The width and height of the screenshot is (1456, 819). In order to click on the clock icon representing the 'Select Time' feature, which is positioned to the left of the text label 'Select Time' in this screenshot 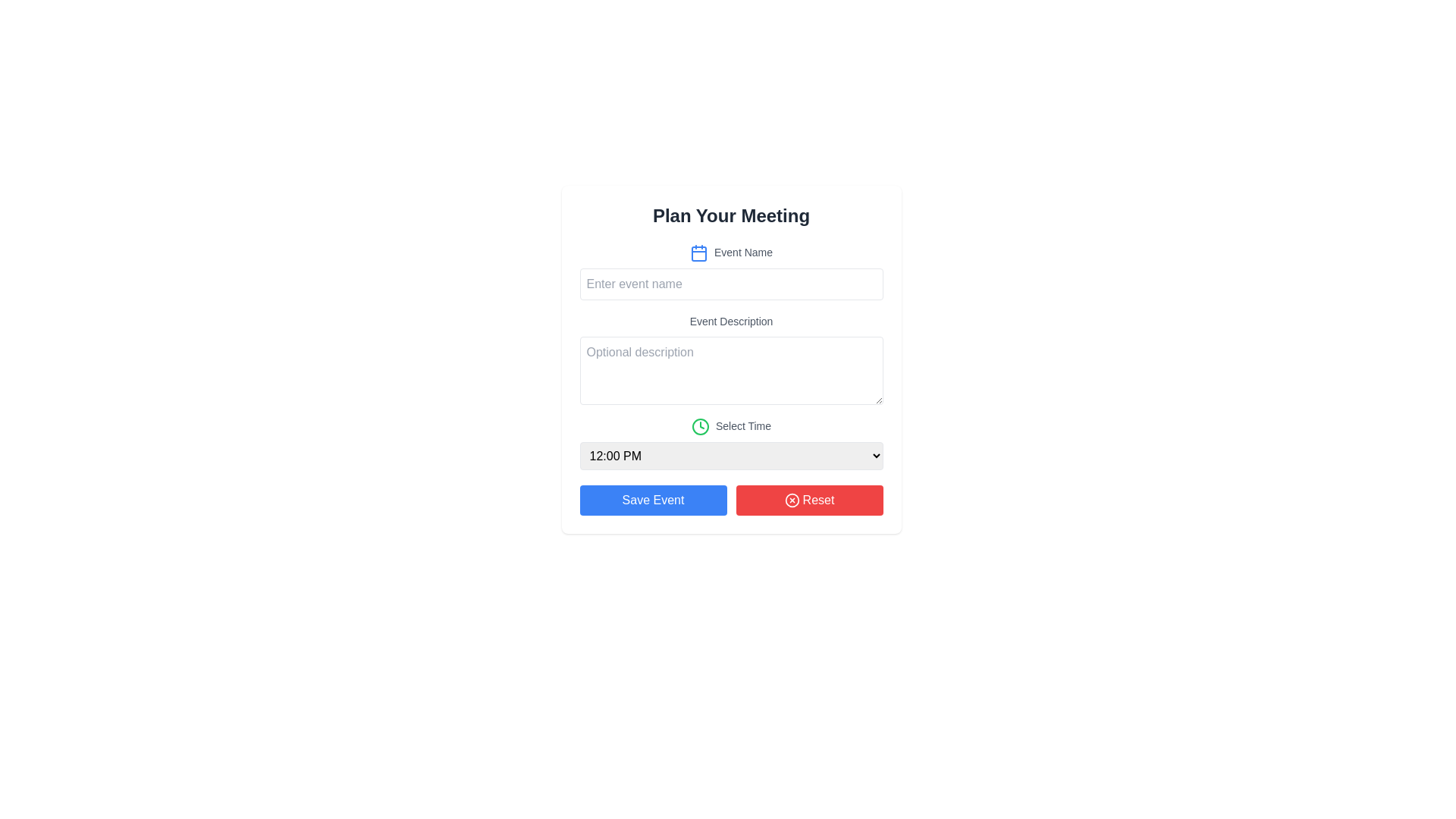, I will do `click(699, 426)`.